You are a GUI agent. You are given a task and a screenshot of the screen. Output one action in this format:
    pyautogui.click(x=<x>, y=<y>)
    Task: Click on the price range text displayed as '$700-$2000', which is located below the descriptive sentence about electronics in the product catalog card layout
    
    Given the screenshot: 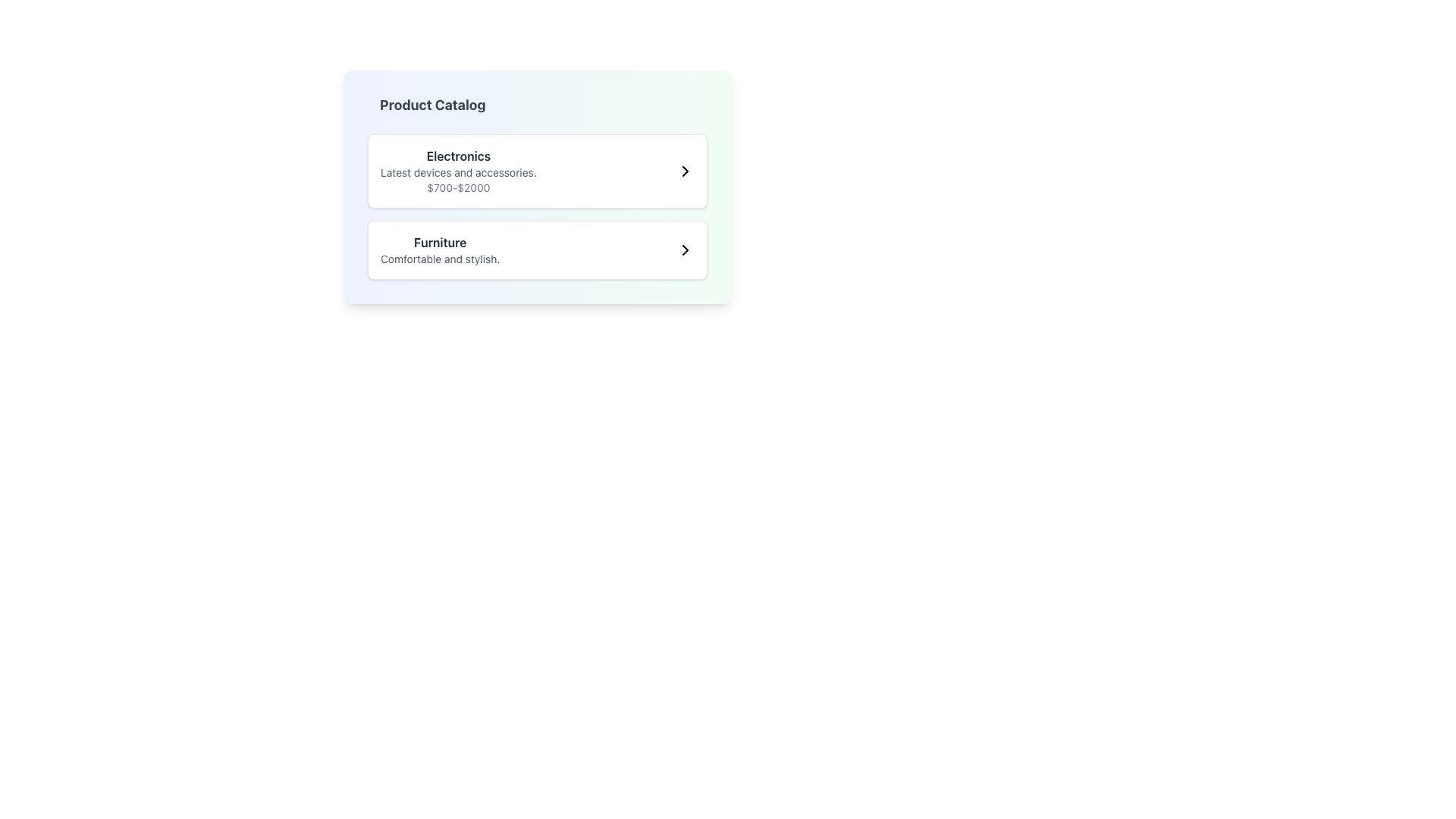 What is the action you would take?
    pyautogui.click(x=457, y=187)
    